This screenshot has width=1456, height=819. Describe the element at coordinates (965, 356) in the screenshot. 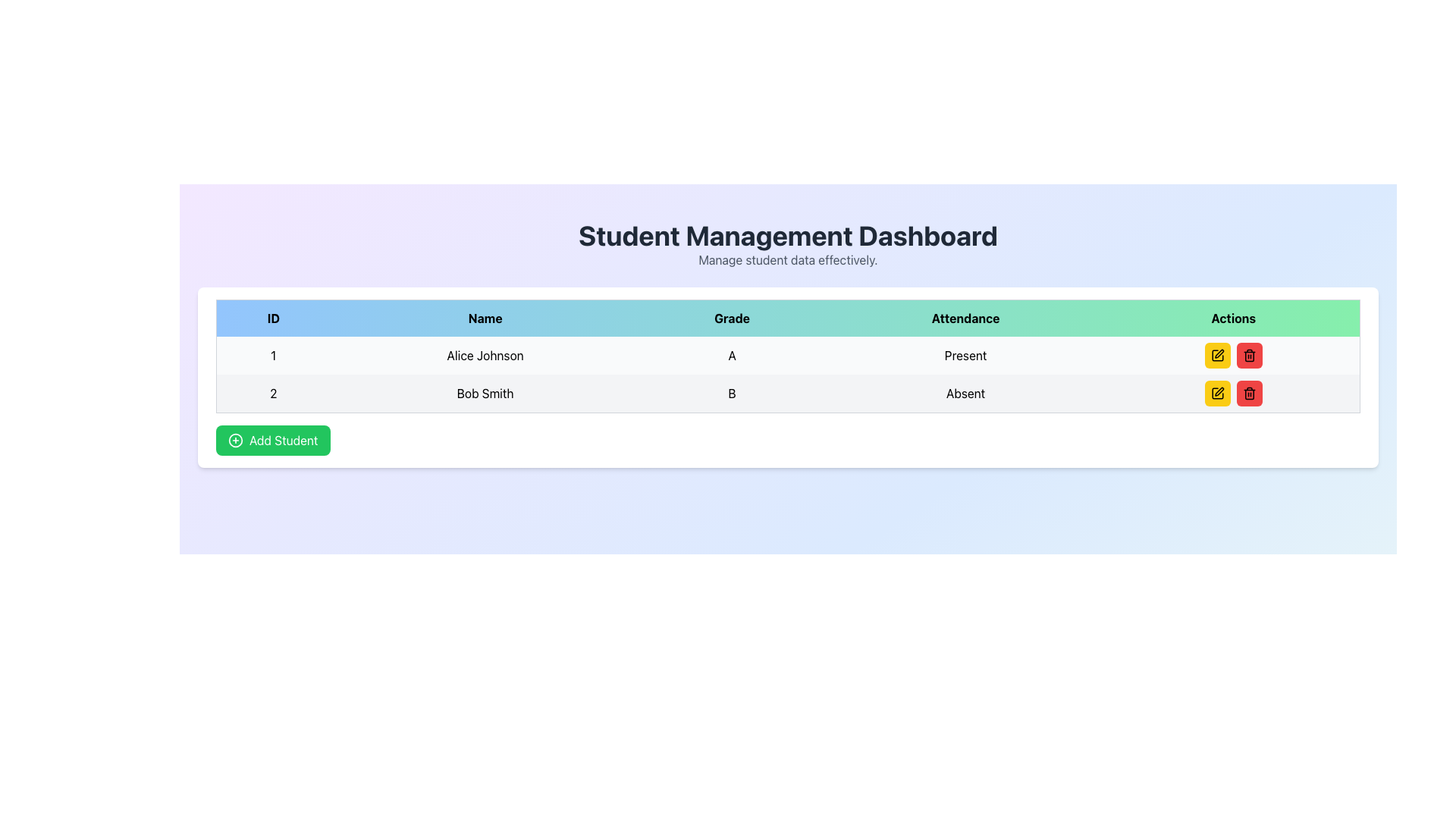

I see `the attendance status text for 'Alice Johnson' located in the fourth cell of the first row under the 'Attendance' header` at that location.